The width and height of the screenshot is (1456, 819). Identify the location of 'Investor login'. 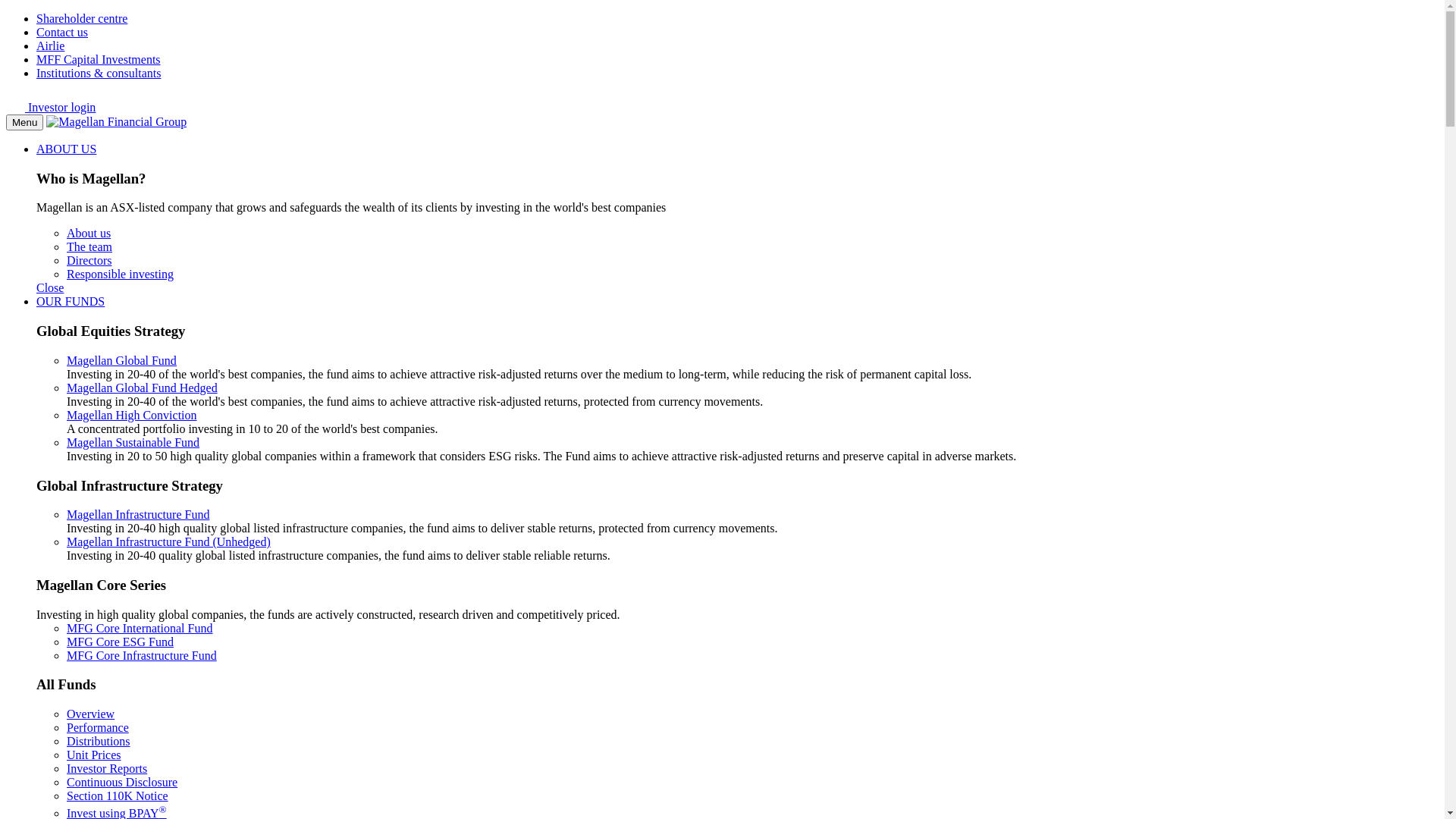
(51, 106).